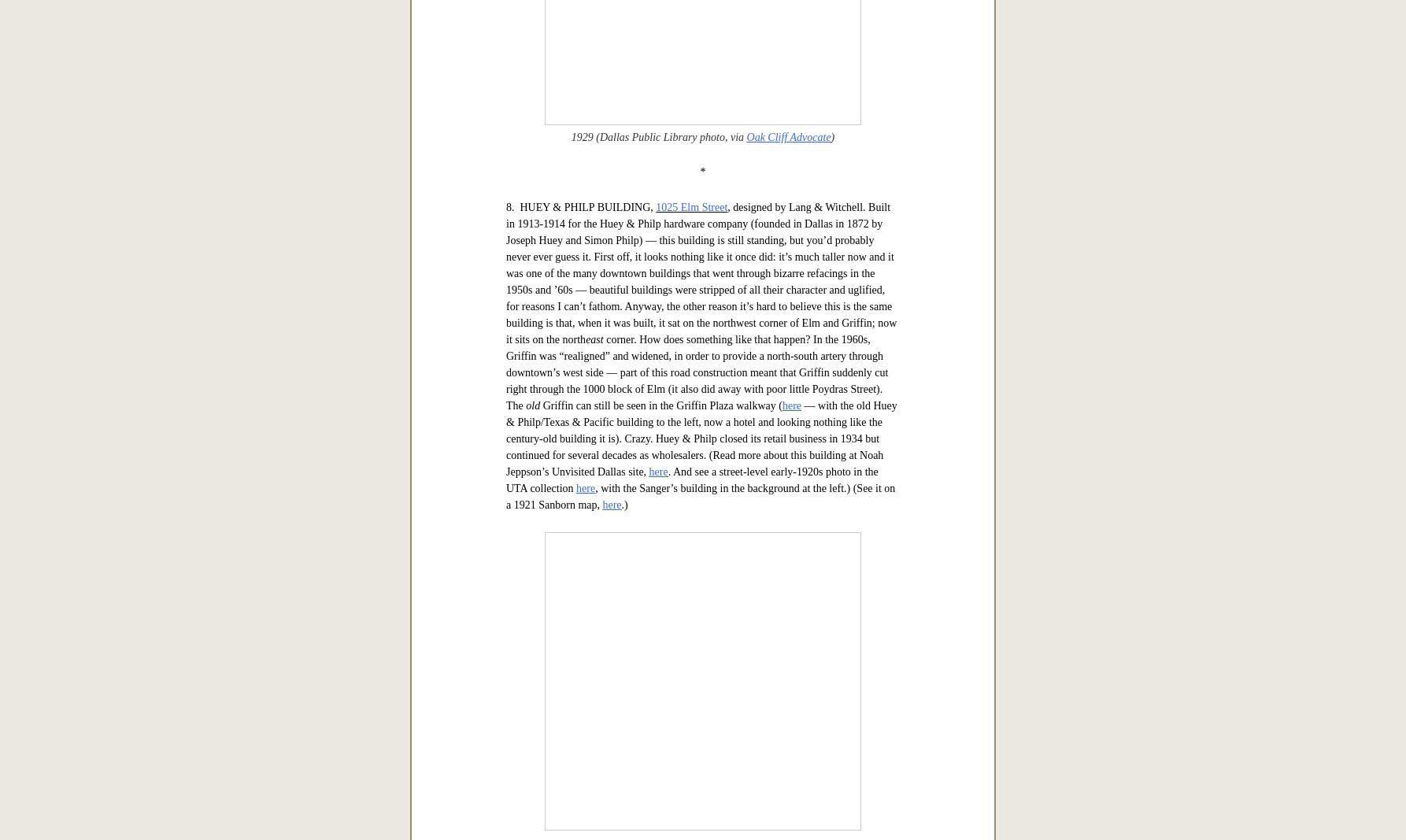 The width and height of the screenshot is (1406, 840). Describe the element at coordinates (592, 128) in the screenshot. I see `'7.  “STORE AND FLAT BUILDING,”'` at that location.